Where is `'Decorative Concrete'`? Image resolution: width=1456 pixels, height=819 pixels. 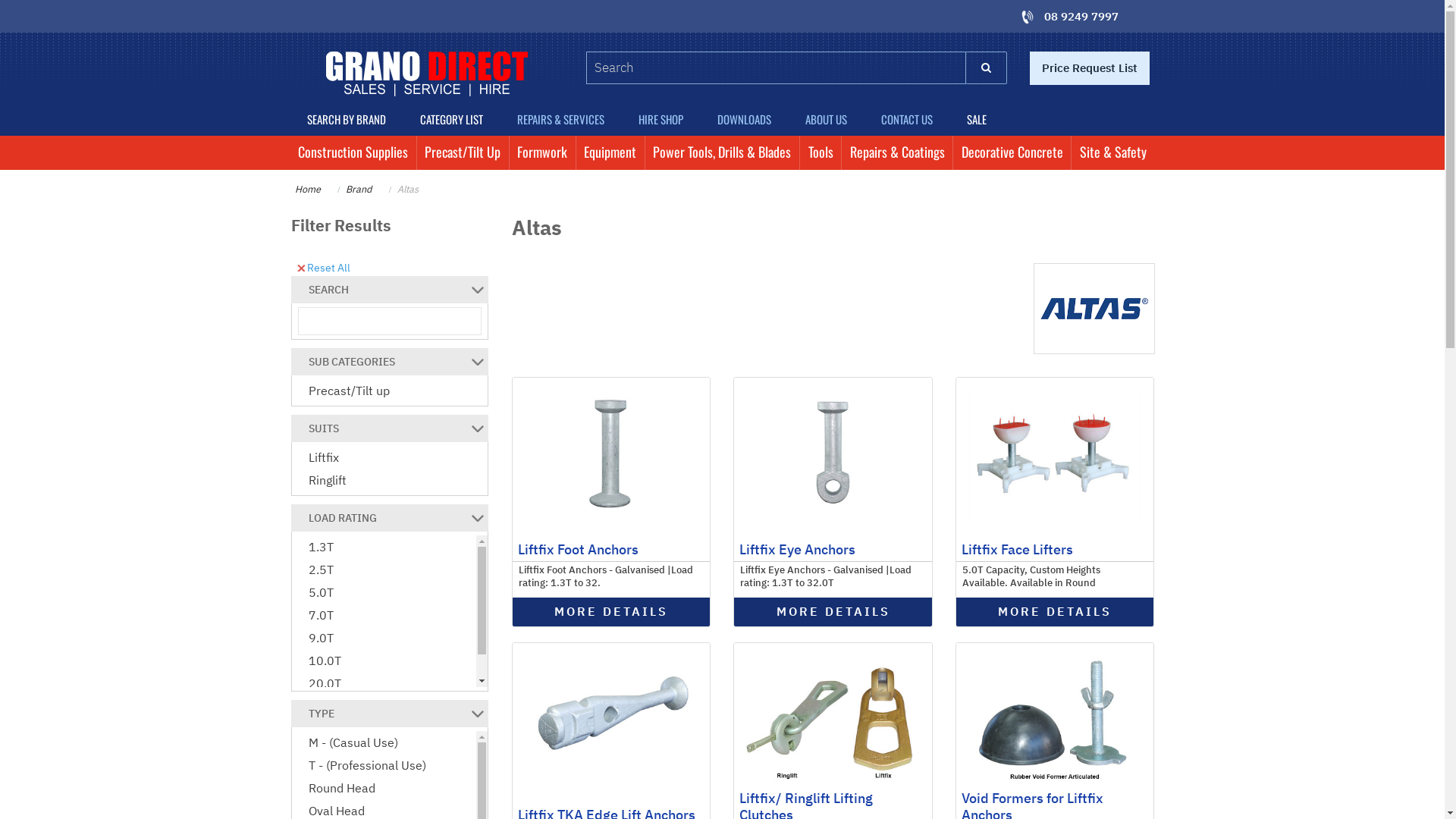
'Decorative Concrete' is located at coordinates (1012, 152).